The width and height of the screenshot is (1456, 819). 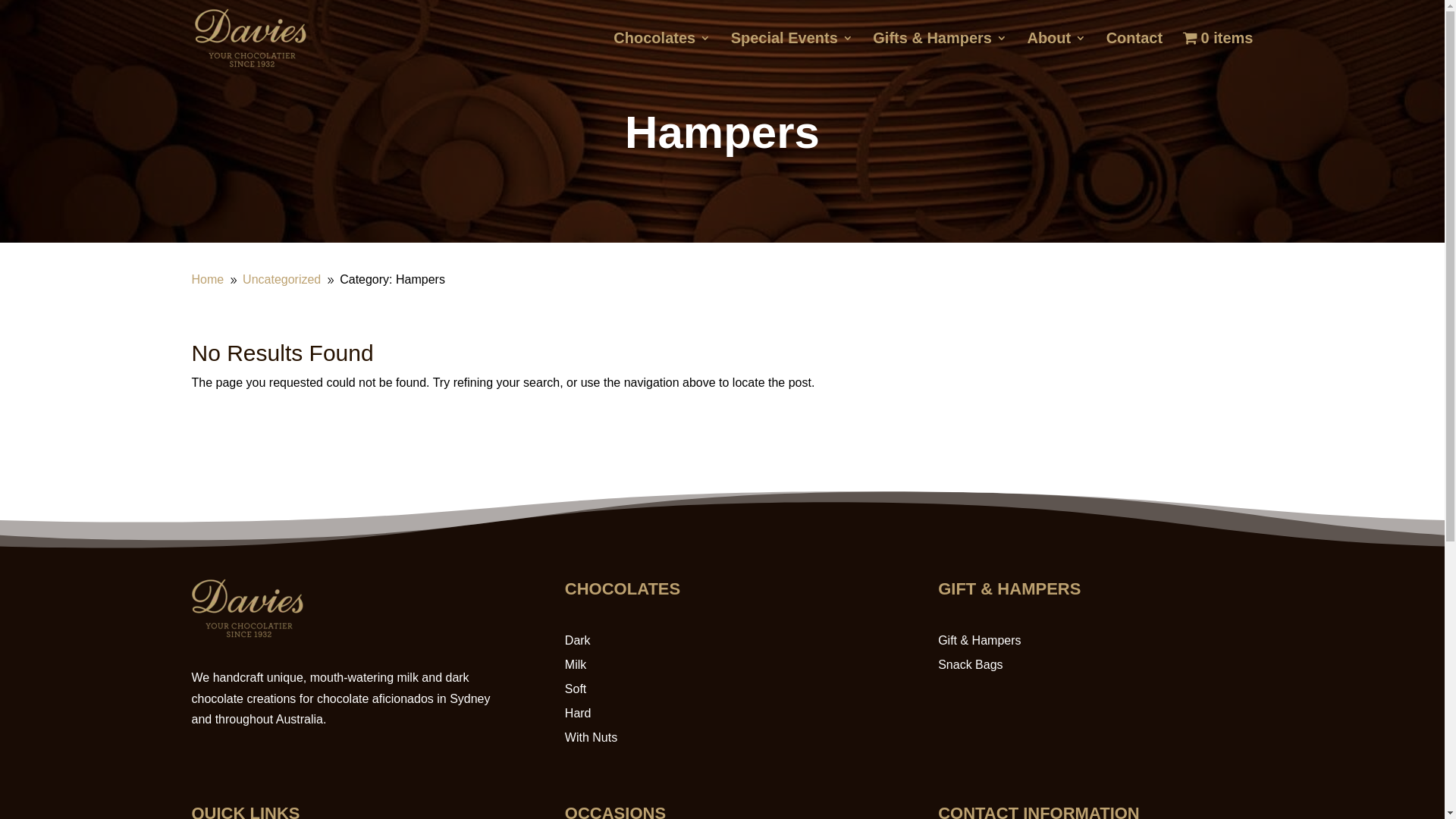 What do you see at coordinates (577, 713) in the screenshot?
I see `'Hard'` at bounding box center [577, 713].